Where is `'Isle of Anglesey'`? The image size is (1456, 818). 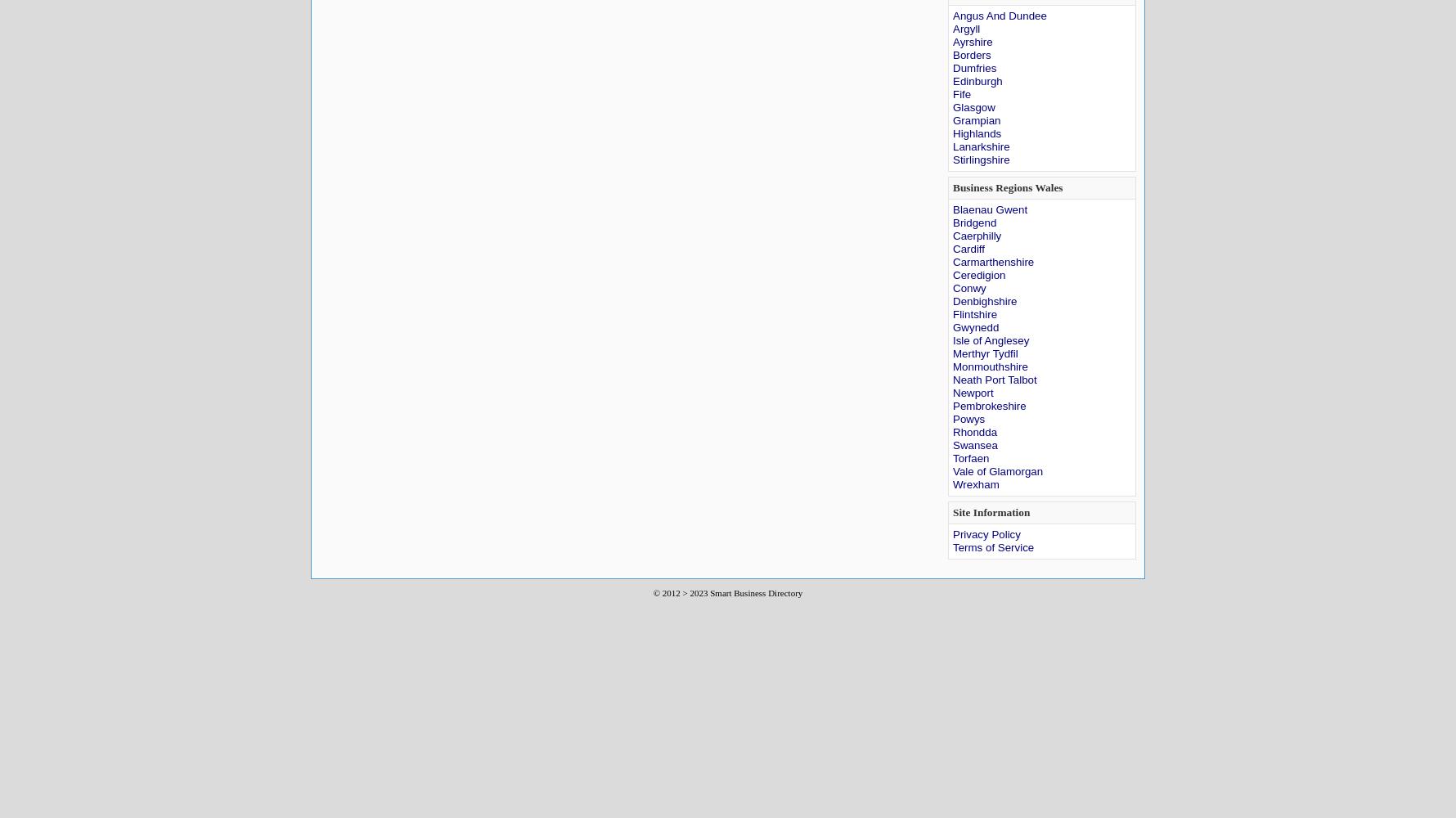
'Isle of Anglesey' is located at coordinates (991, 340).